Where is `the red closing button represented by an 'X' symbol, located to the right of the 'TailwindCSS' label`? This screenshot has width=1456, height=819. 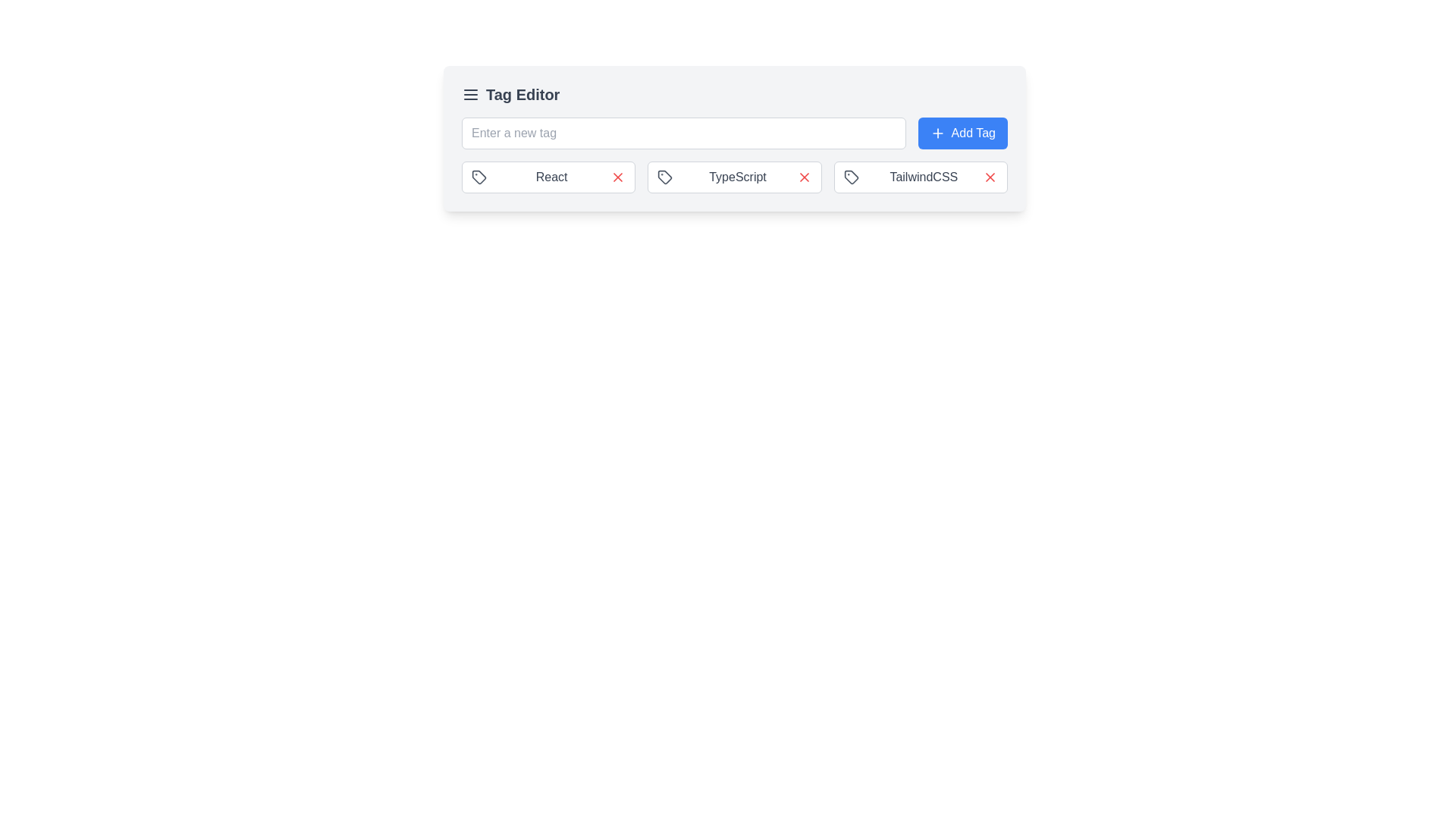 the red closing button represented by an 'X' symbol, located to the right of the 'TailwindCSS' label is located at coordinates (990, 177).